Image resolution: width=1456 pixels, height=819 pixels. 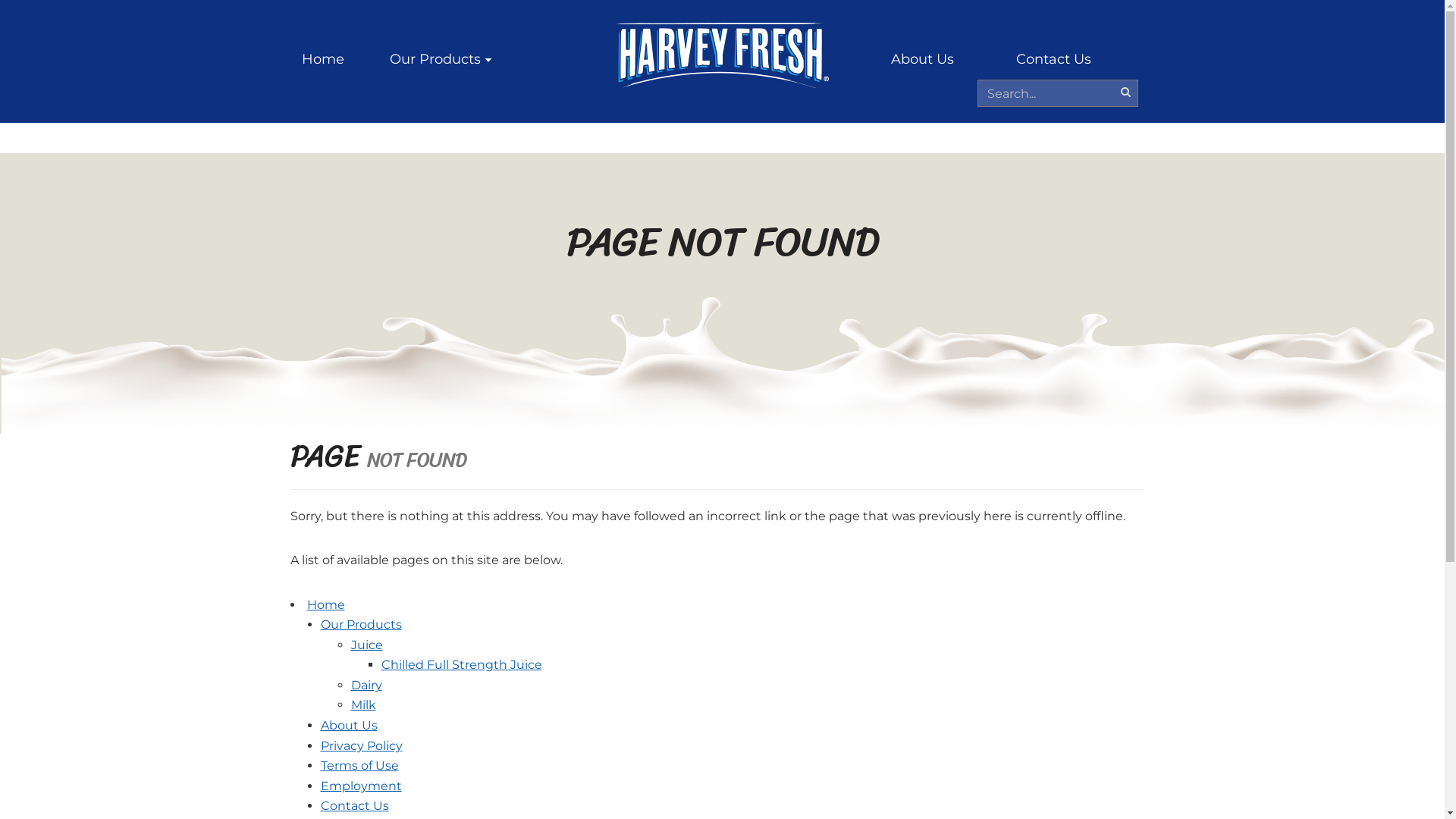 I want to click on 'Contact Us', so click(x=319, y=805).